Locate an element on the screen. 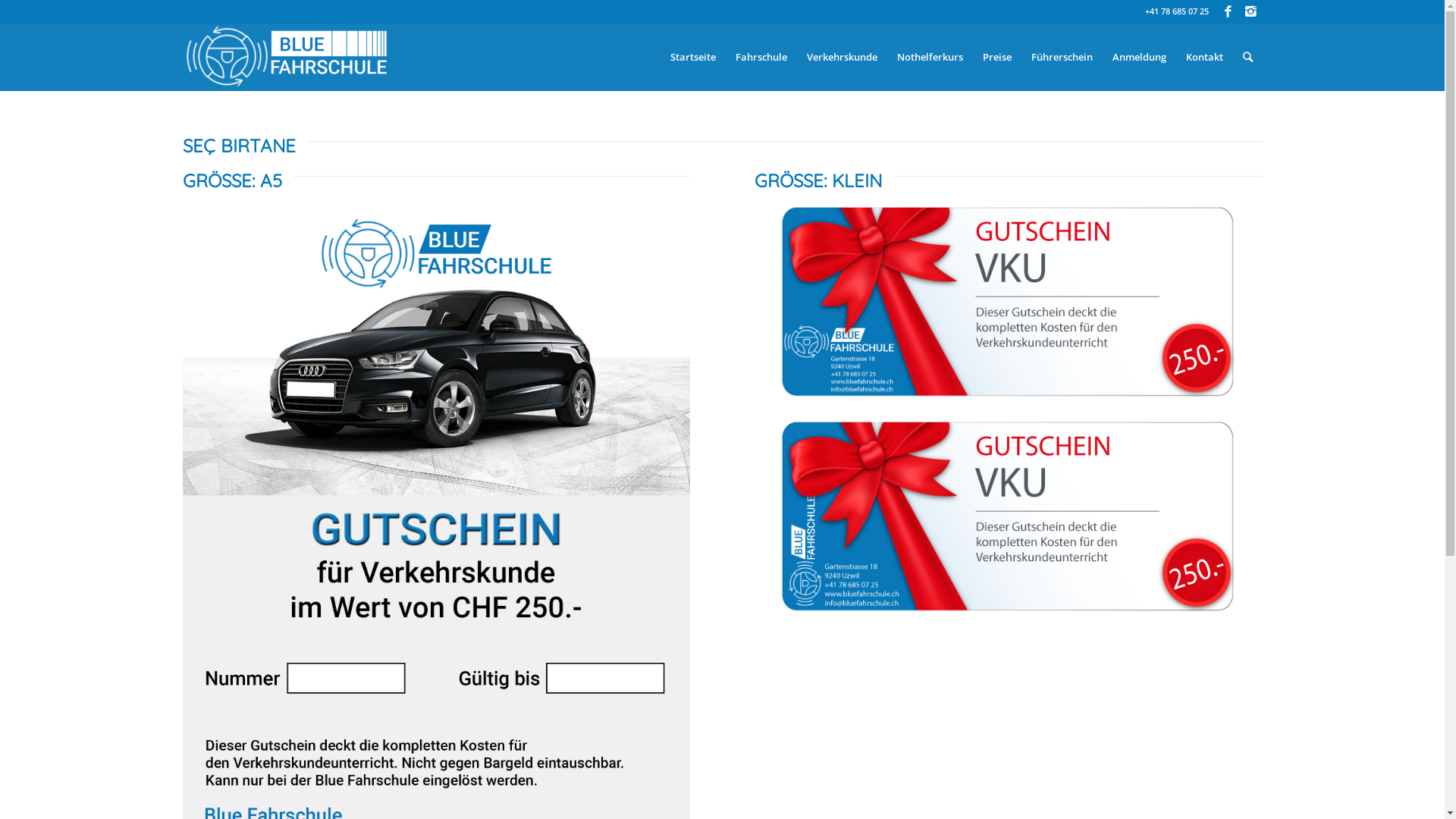  'Startseite' is located at coordinates (691, 55).